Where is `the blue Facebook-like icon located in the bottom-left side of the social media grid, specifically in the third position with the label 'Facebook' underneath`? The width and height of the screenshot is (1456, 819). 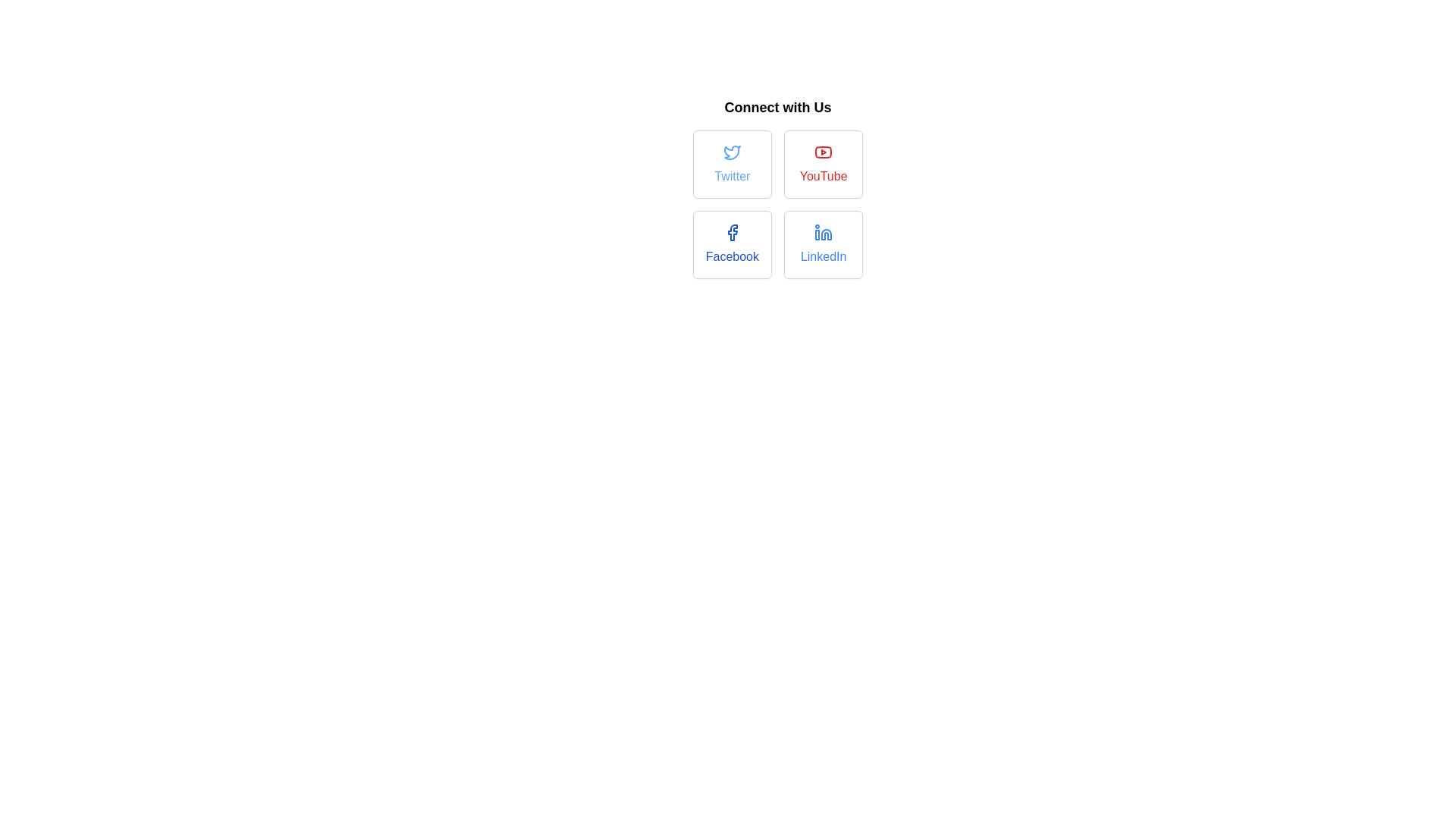 the blue Facebook-like icon located in the bottom-left side of the social media grid, specifically in the third position with the label 'Facebook' underneath is located at coordinates (733, 233).